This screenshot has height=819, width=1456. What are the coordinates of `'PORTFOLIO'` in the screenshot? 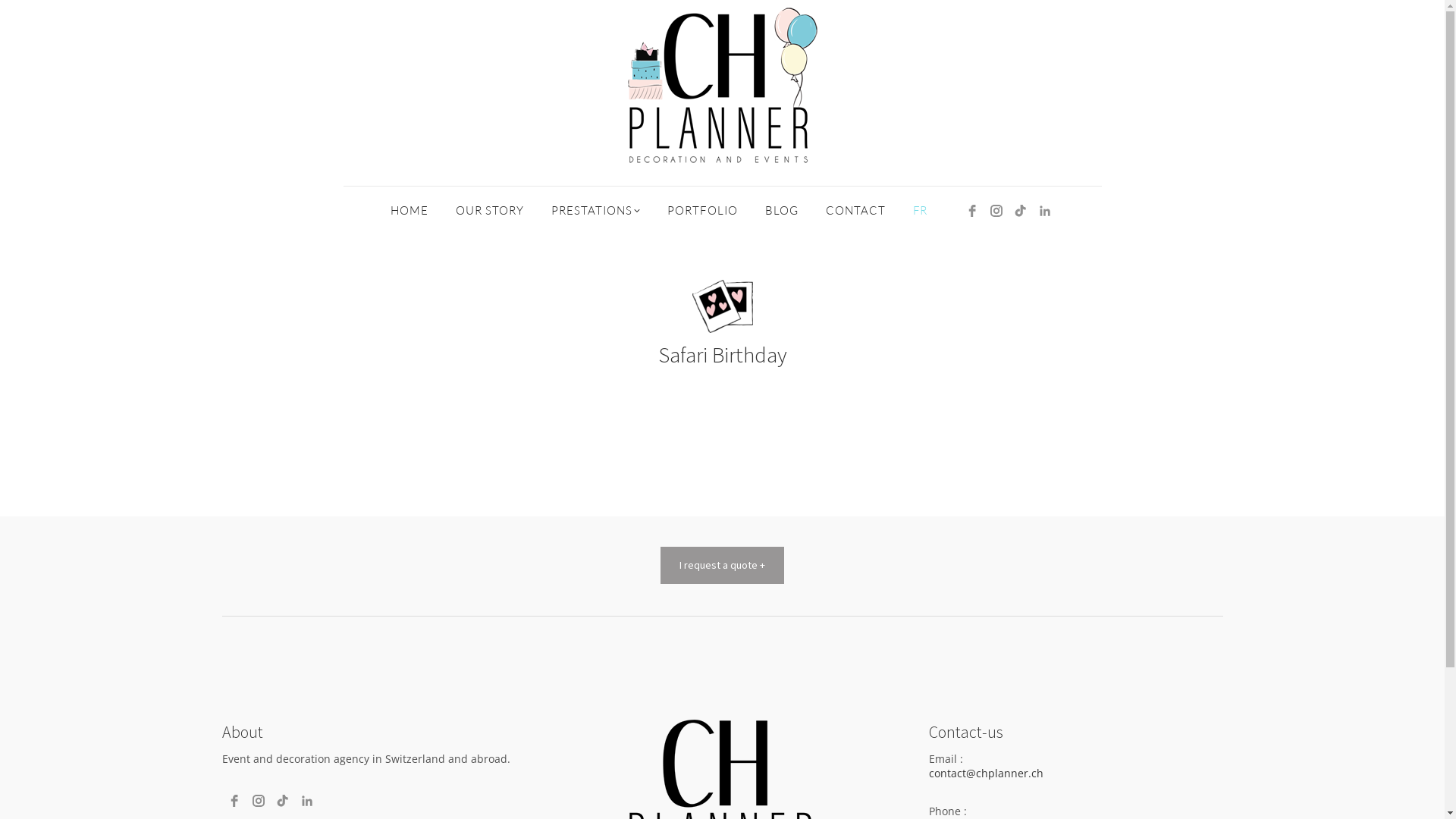 It's located at (701, 210).